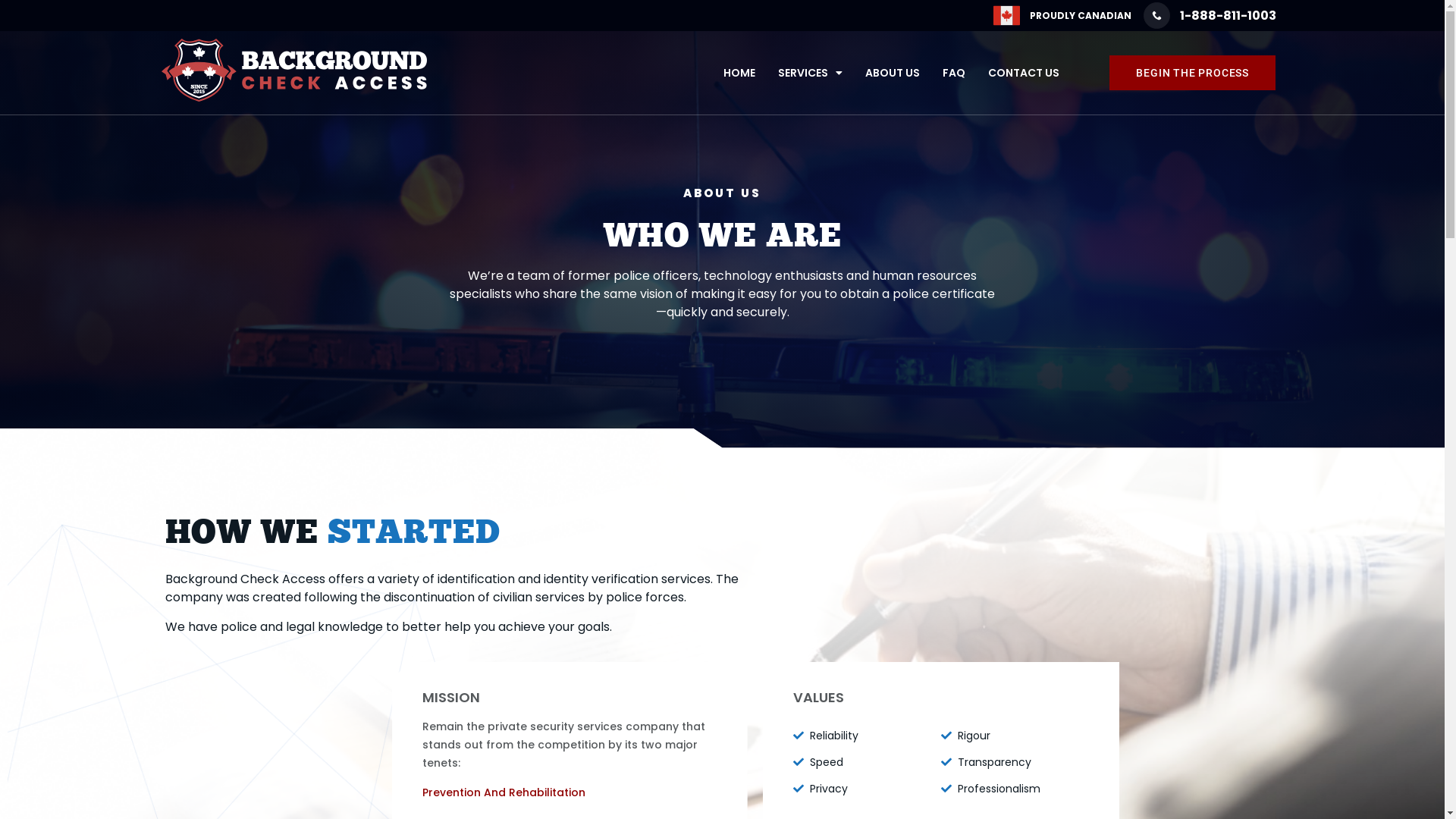 This screenshot has height=819, width=1456. What do you see at coordinates (1209, 15) in the screenshot?
I see `'1-888-811-1003'` at bounding box center [1209, 15].